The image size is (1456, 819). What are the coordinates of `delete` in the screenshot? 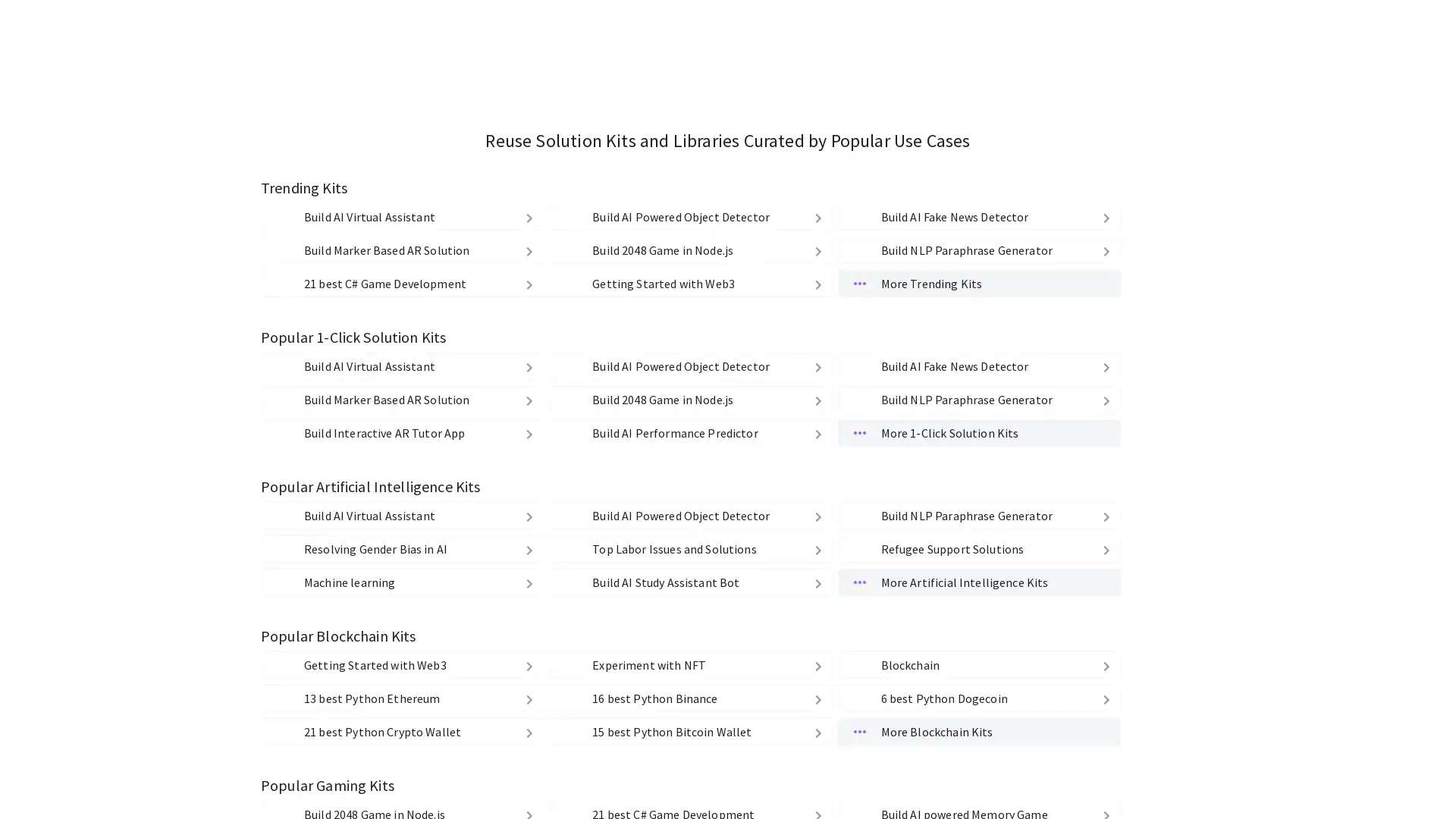 It's located at (1084, 748).